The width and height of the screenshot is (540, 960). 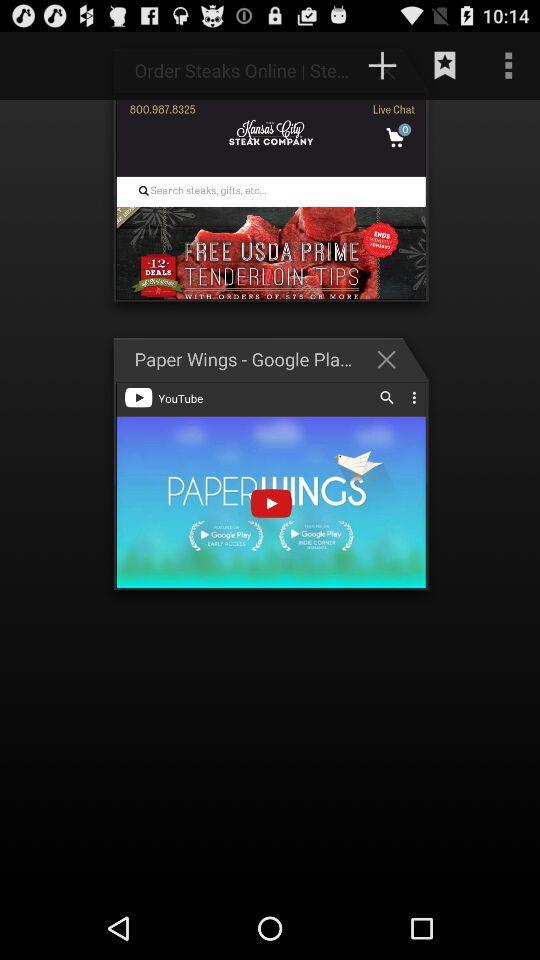 What do you see at coordinates (391, 383) in the screenshot?
I see `the close icon` at bounding box center [391, 383].